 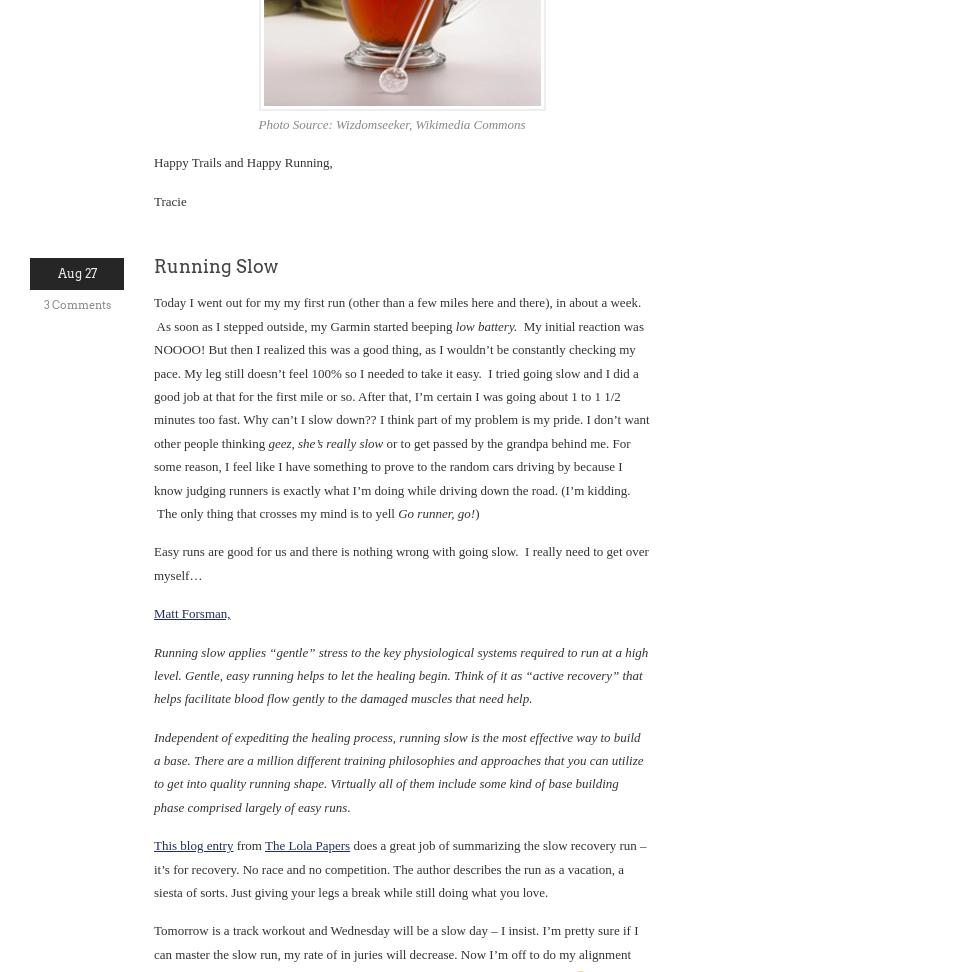 I want to click on 'Easy runs are good for us and there is nothing wrong with going slow.  I really need to get over myself…', so click(x=399, y=561).